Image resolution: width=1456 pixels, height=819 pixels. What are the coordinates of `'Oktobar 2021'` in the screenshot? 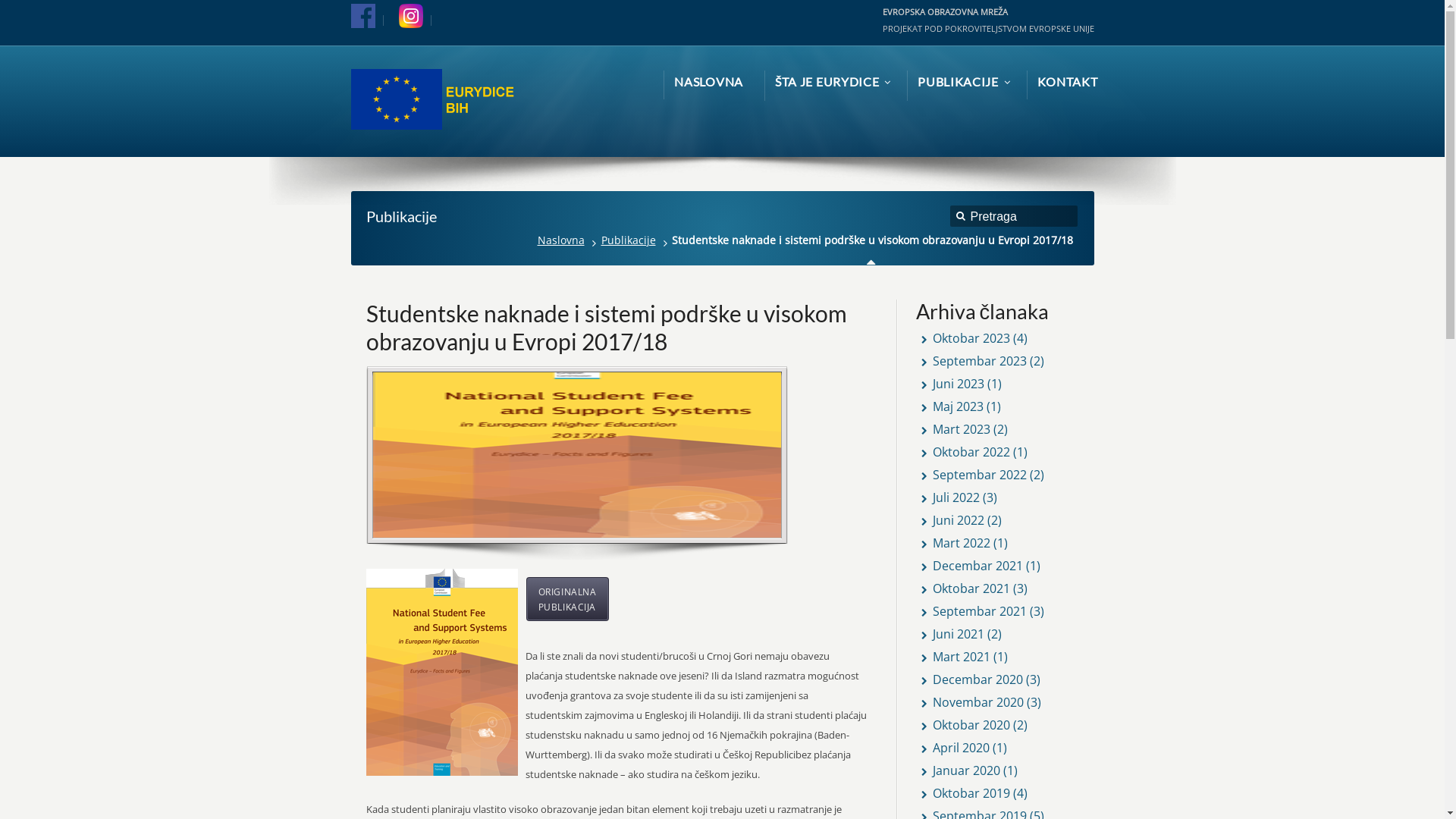 It's located at (971, 587).